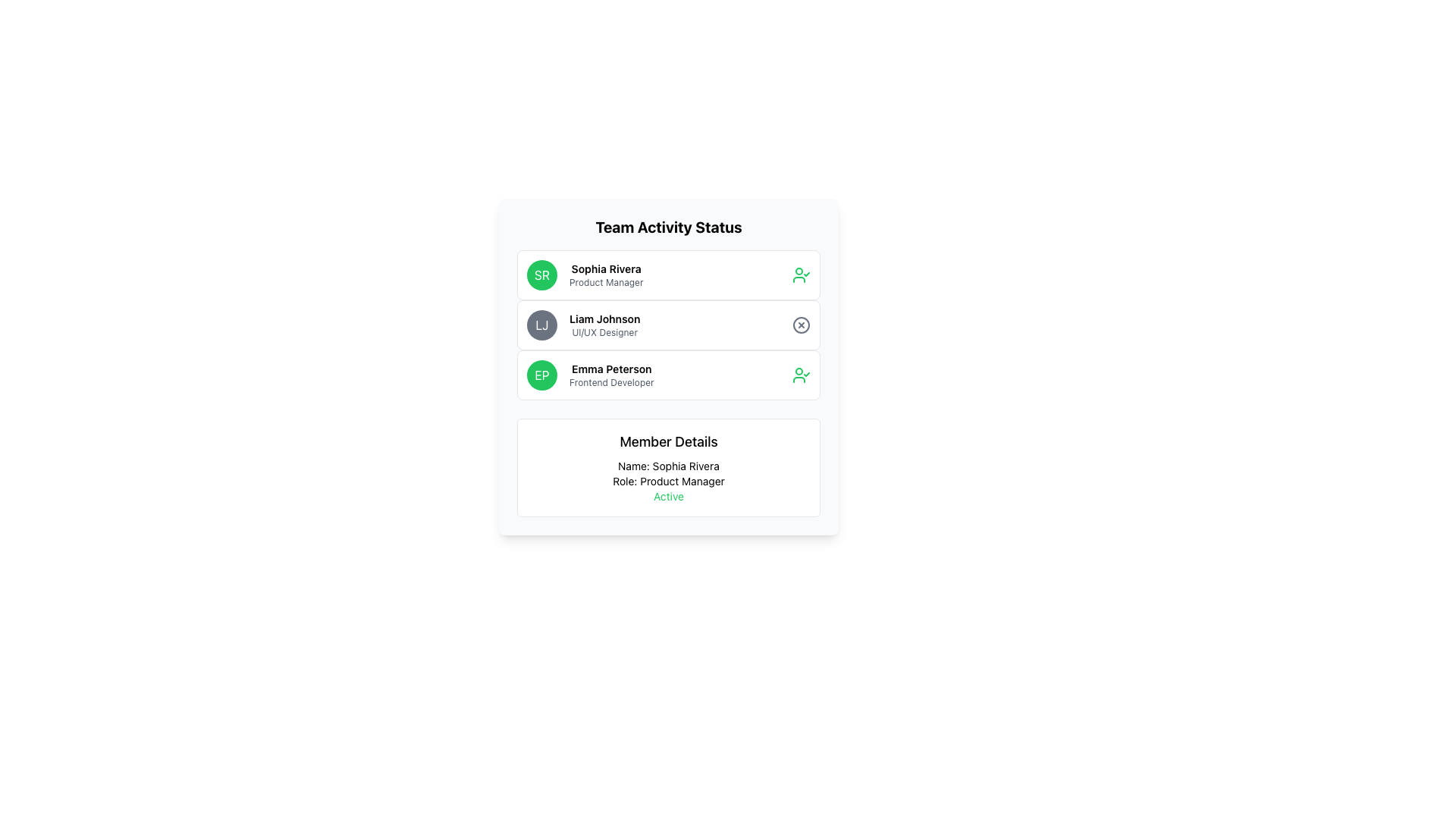 Image resolution: width=1456 pixels, height=819 pixels. Describe the element at coordinates (668, 465) in the screenshot. I see `the user name label 'Sophia Rivera' within the detailed member information section, which is located beneath the title 'Member Details' and above 'Role: Product Manager'` at that location.